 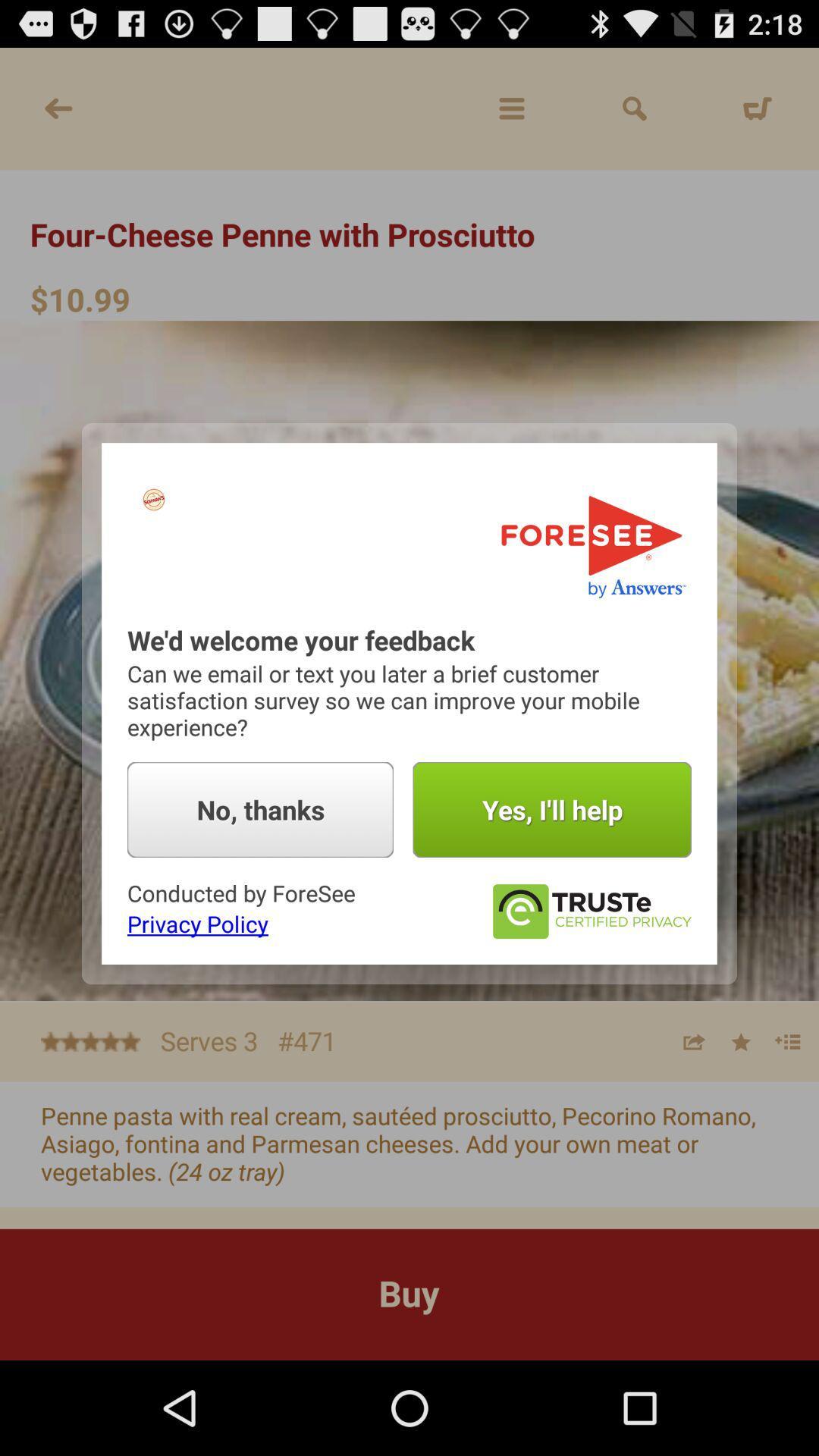 What do you see at coordinates (590, 911) in the screenshot?
I see `the item next to the conducted by foresee item` at bounding box center [590, 911].